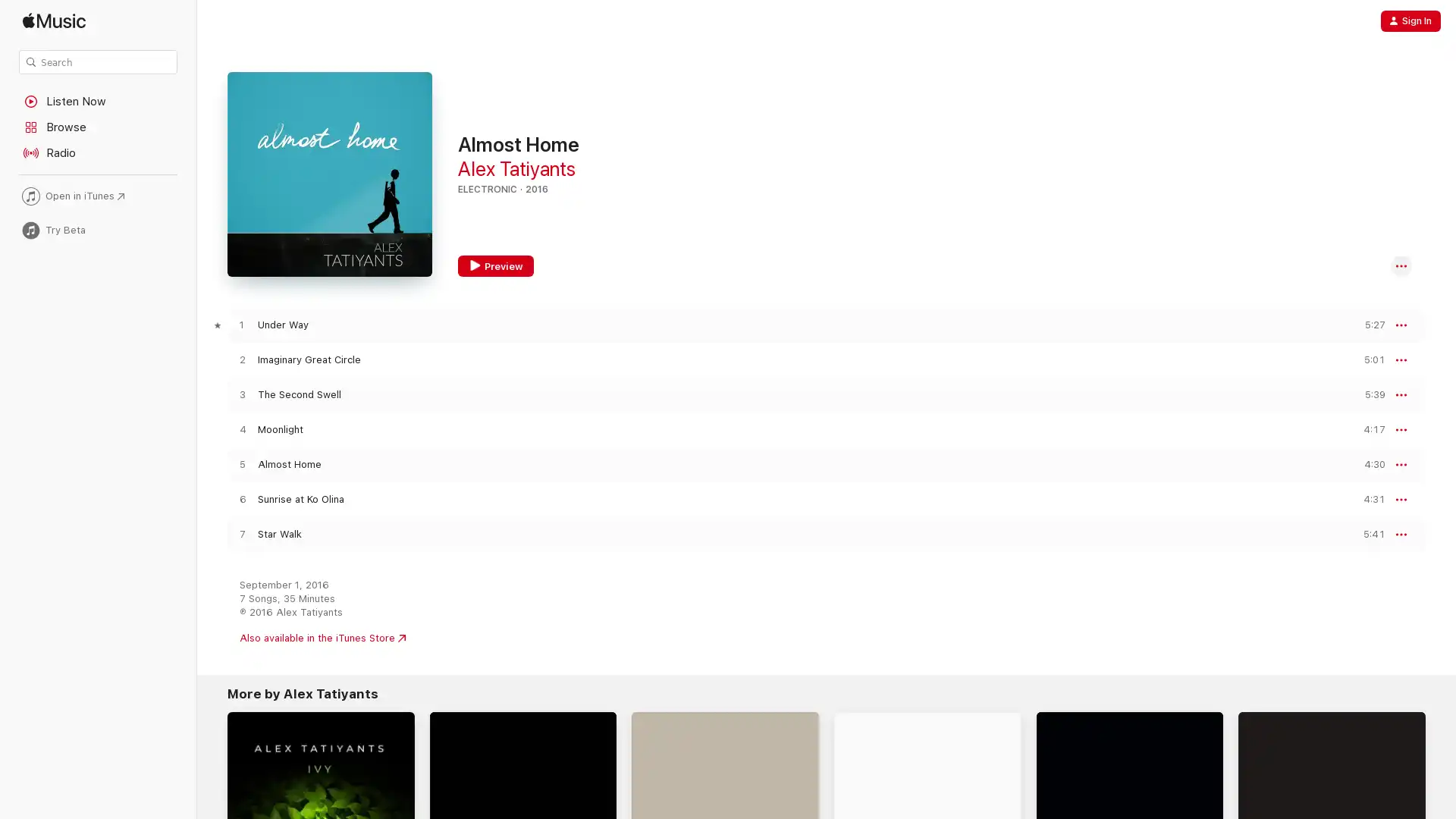  I want to click on More, so click(1401, 534).